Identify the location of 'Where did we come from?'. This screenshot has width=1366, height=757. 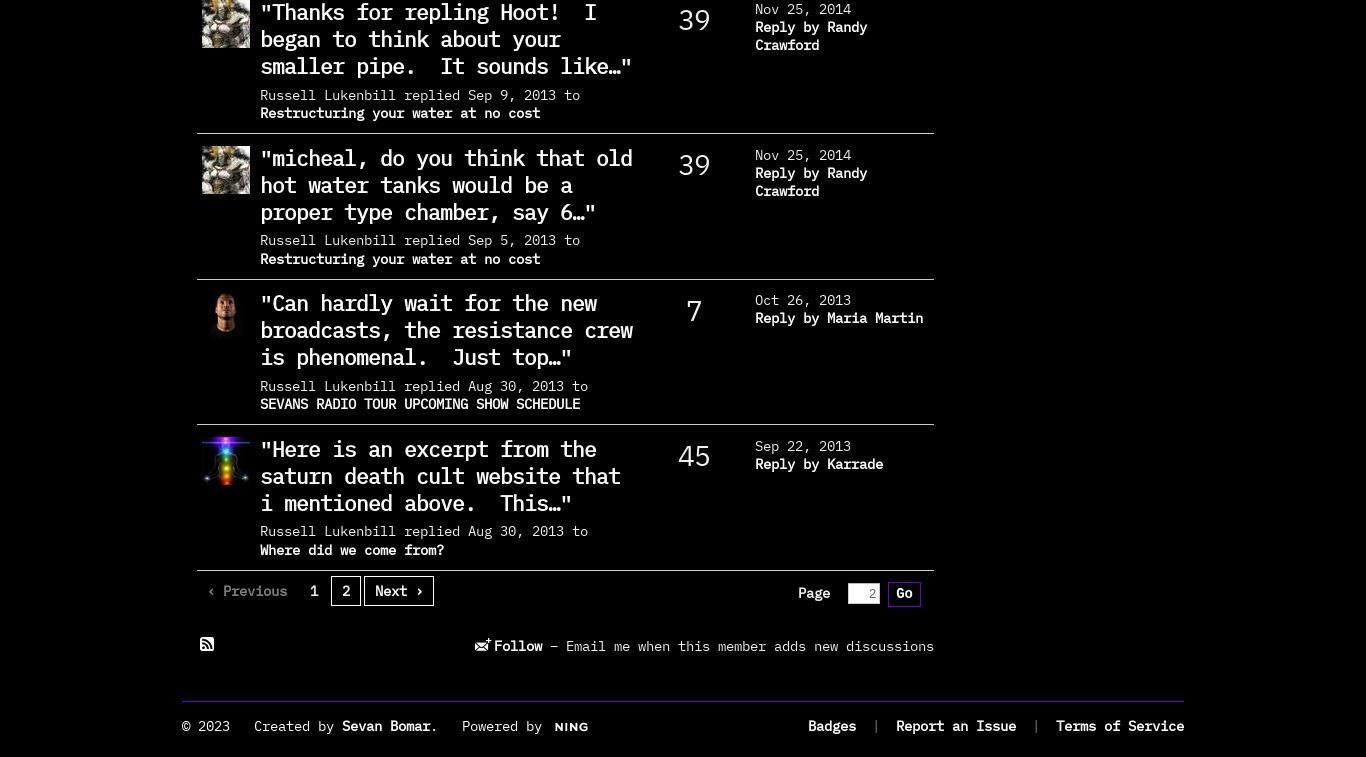
(351, 548).